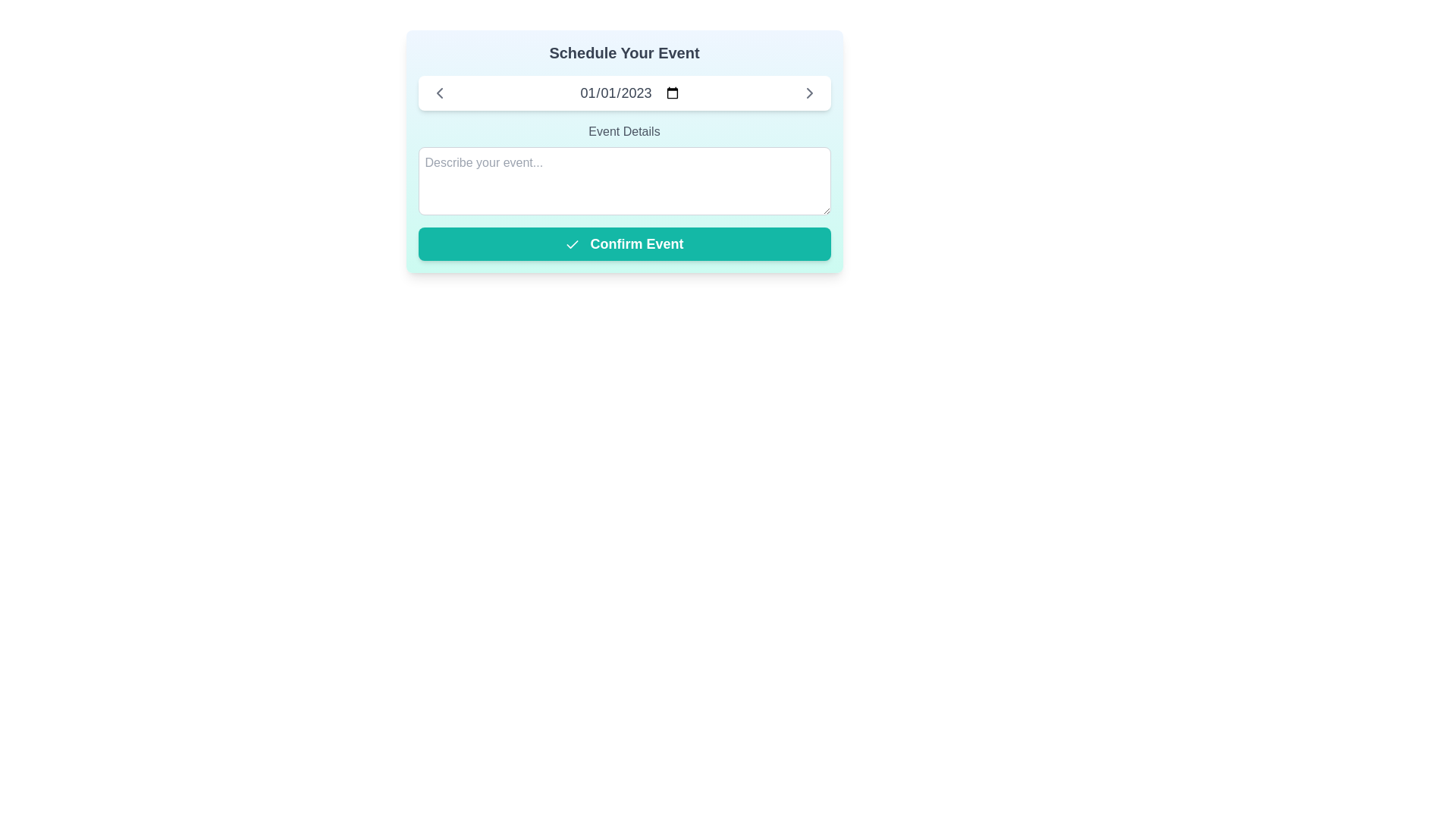 This screenshot has height=819, width=1456. I want to click on a date in the Date Picker Input Field located centrally in the top portion of the interface, so click(624, 93).